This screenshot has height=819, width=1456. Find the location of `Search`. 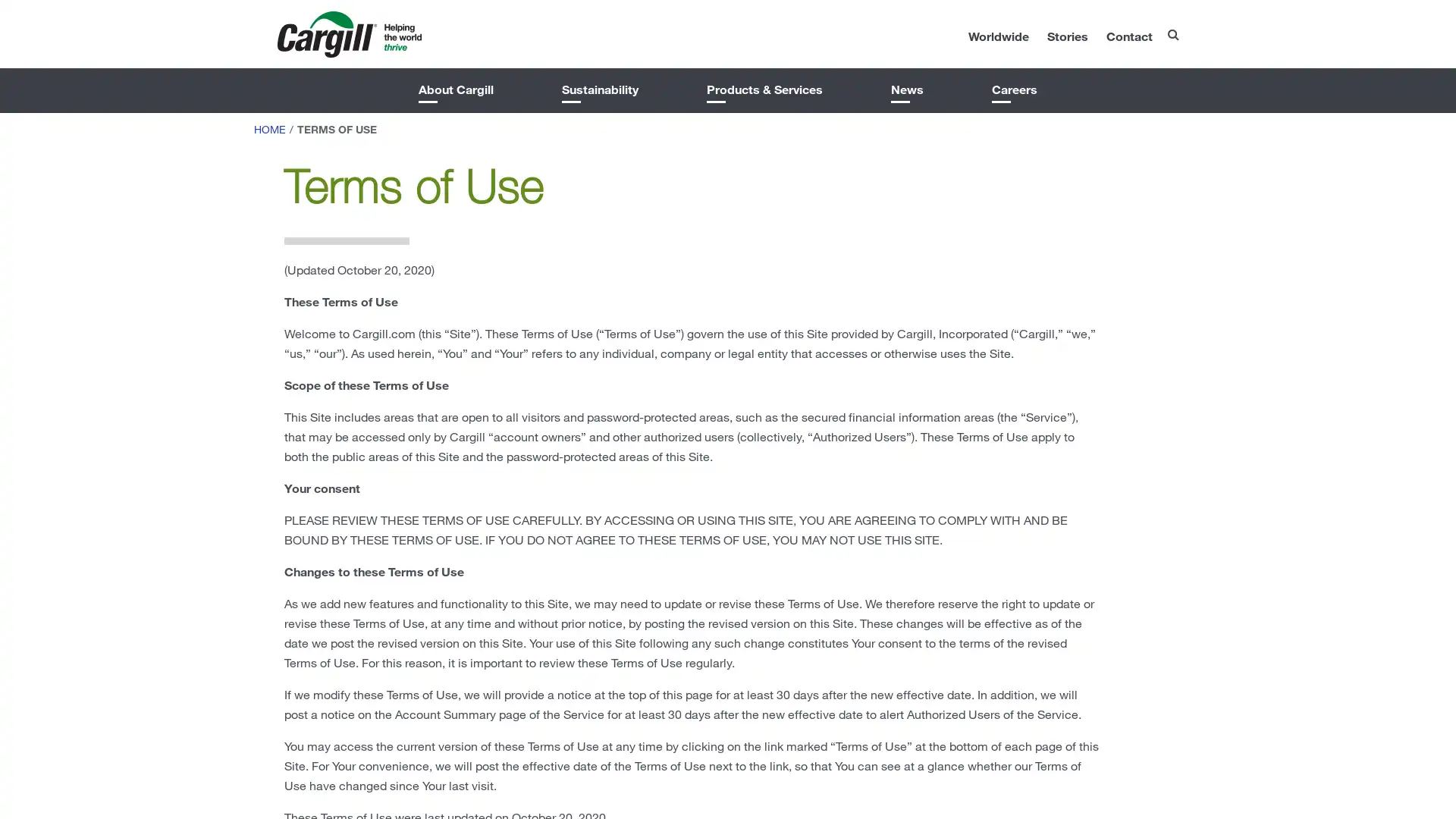

Search is located at coordinates (1141, 30).